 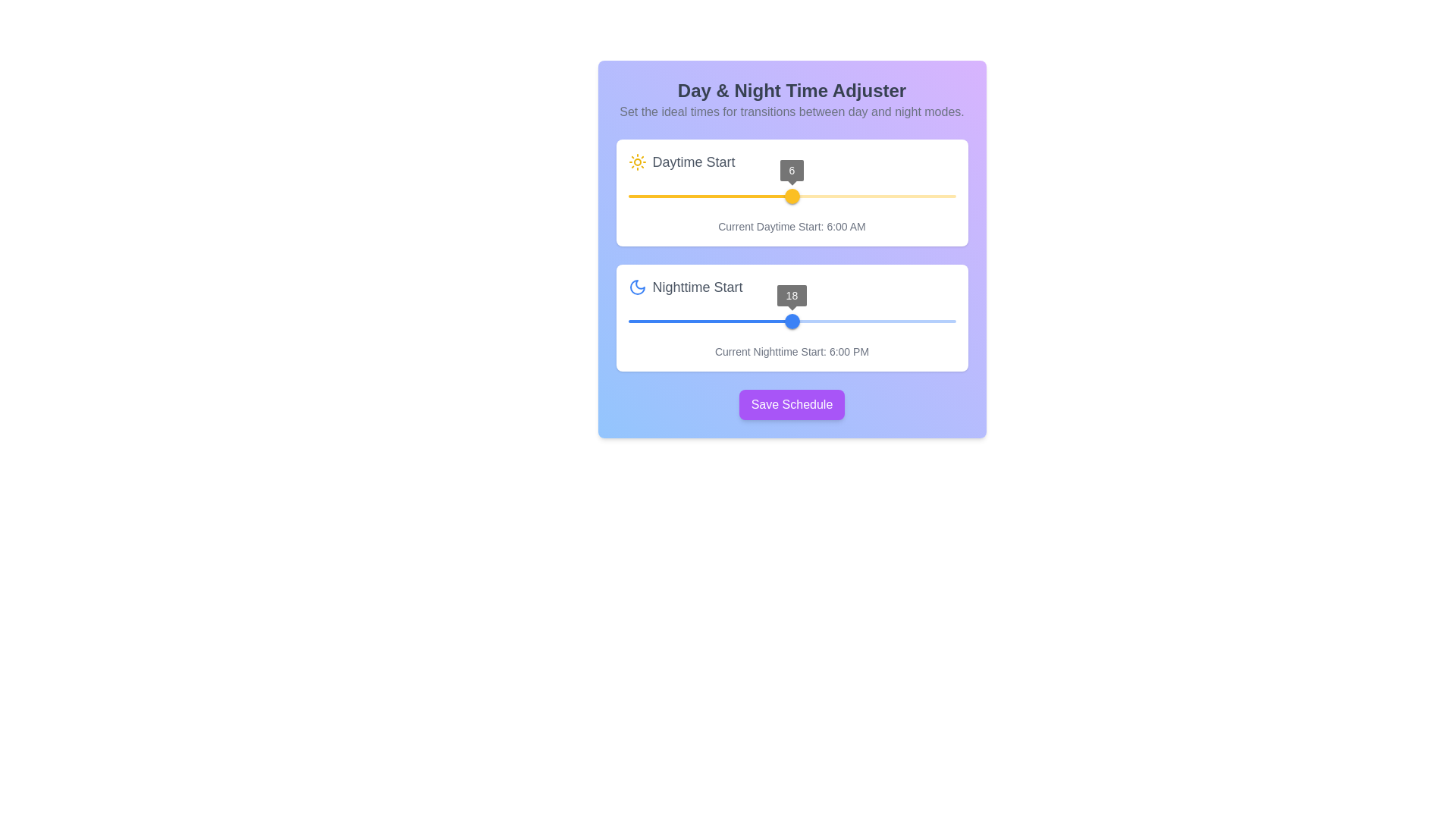 What do you see at coordinates (791, 195) in the screenshot?
I see `the Daytime Start slider` at bounding box center [791, 195].